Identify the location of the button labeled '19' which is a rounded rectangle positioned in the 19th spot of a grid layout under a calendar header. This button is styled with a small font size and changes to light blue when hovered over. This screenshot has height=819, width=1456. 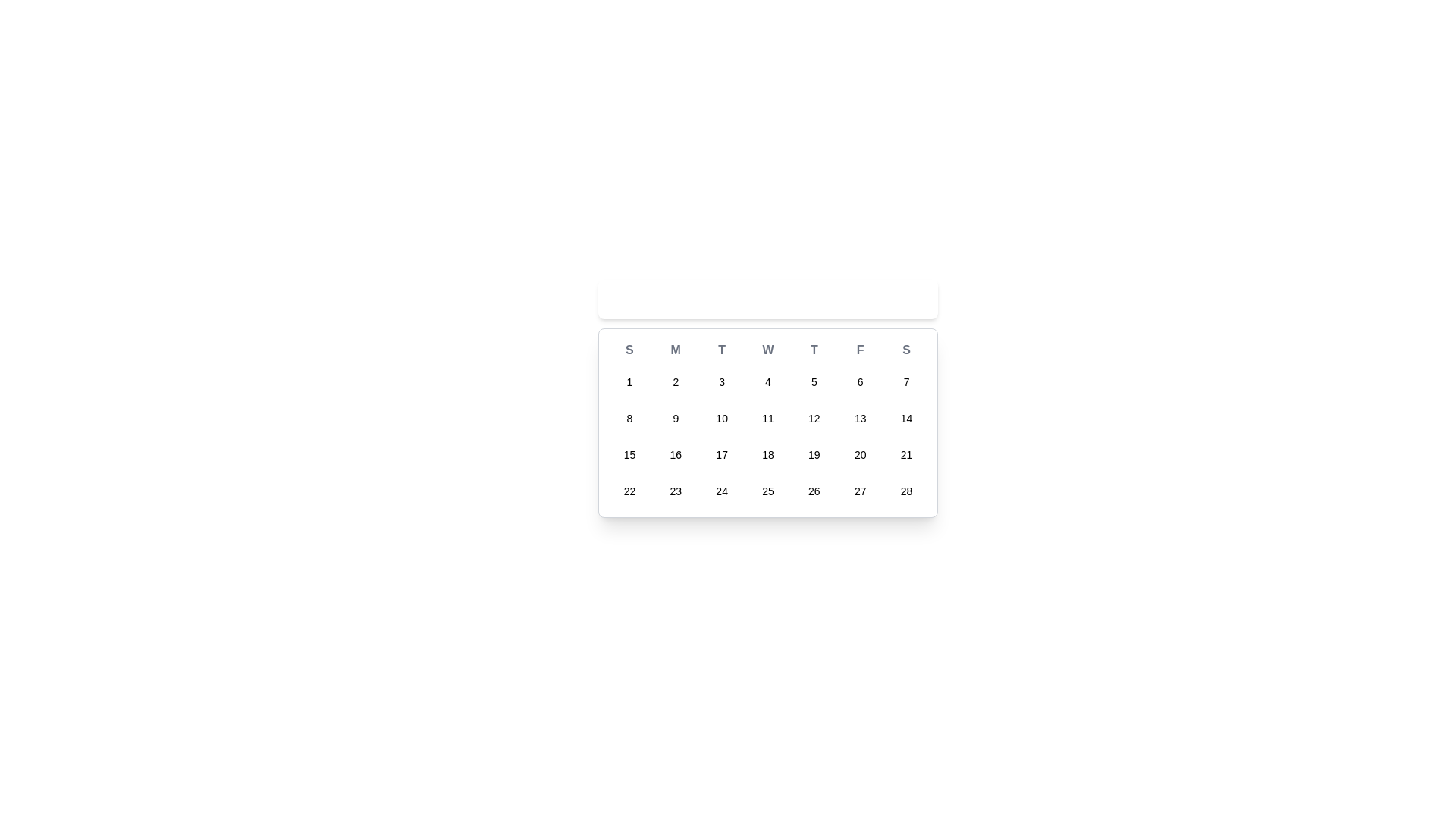
(813, 454).